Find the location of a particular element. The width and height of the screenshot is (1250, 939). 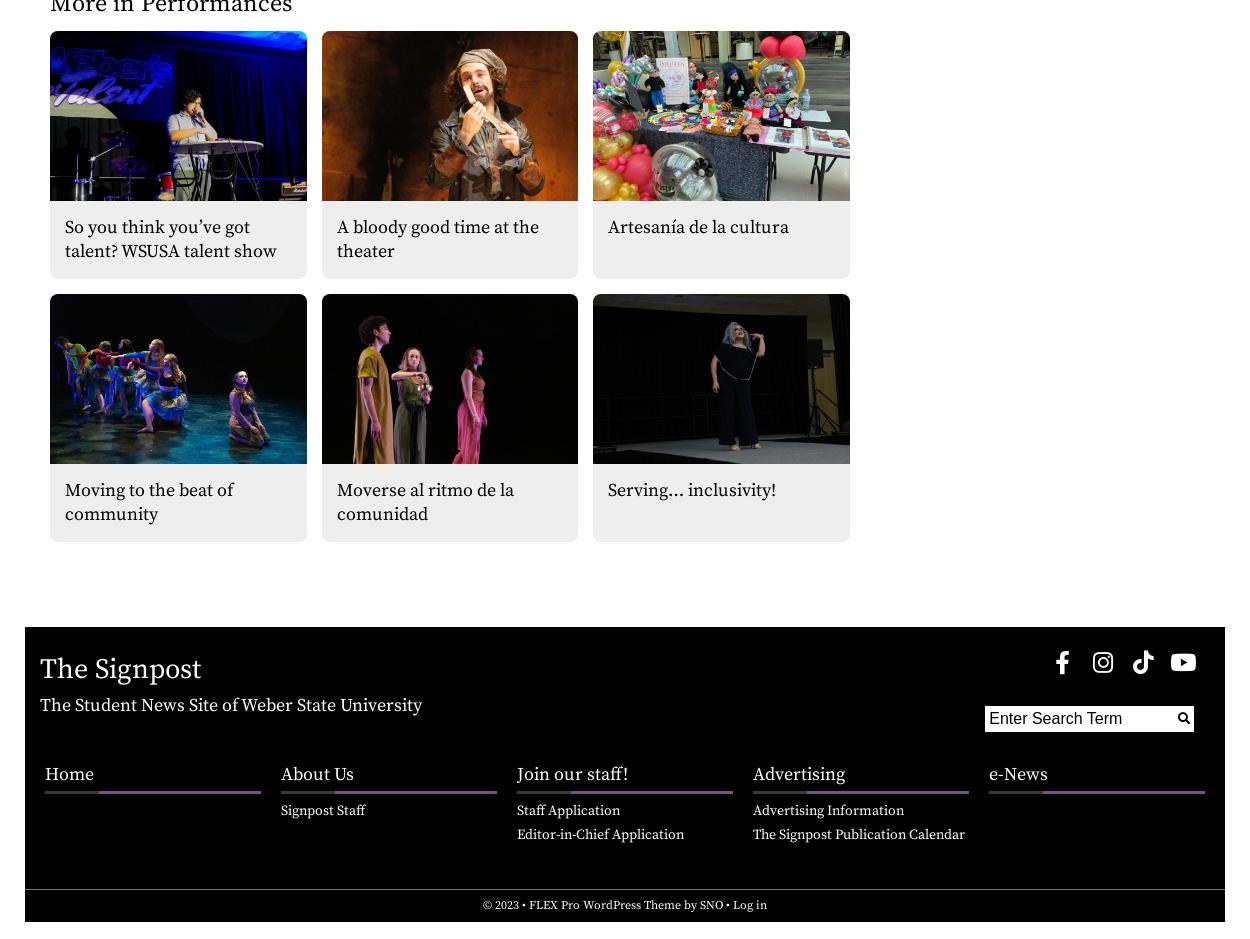

'FLEX Pro WordPress Theme' is located at coordinates (604, 904).